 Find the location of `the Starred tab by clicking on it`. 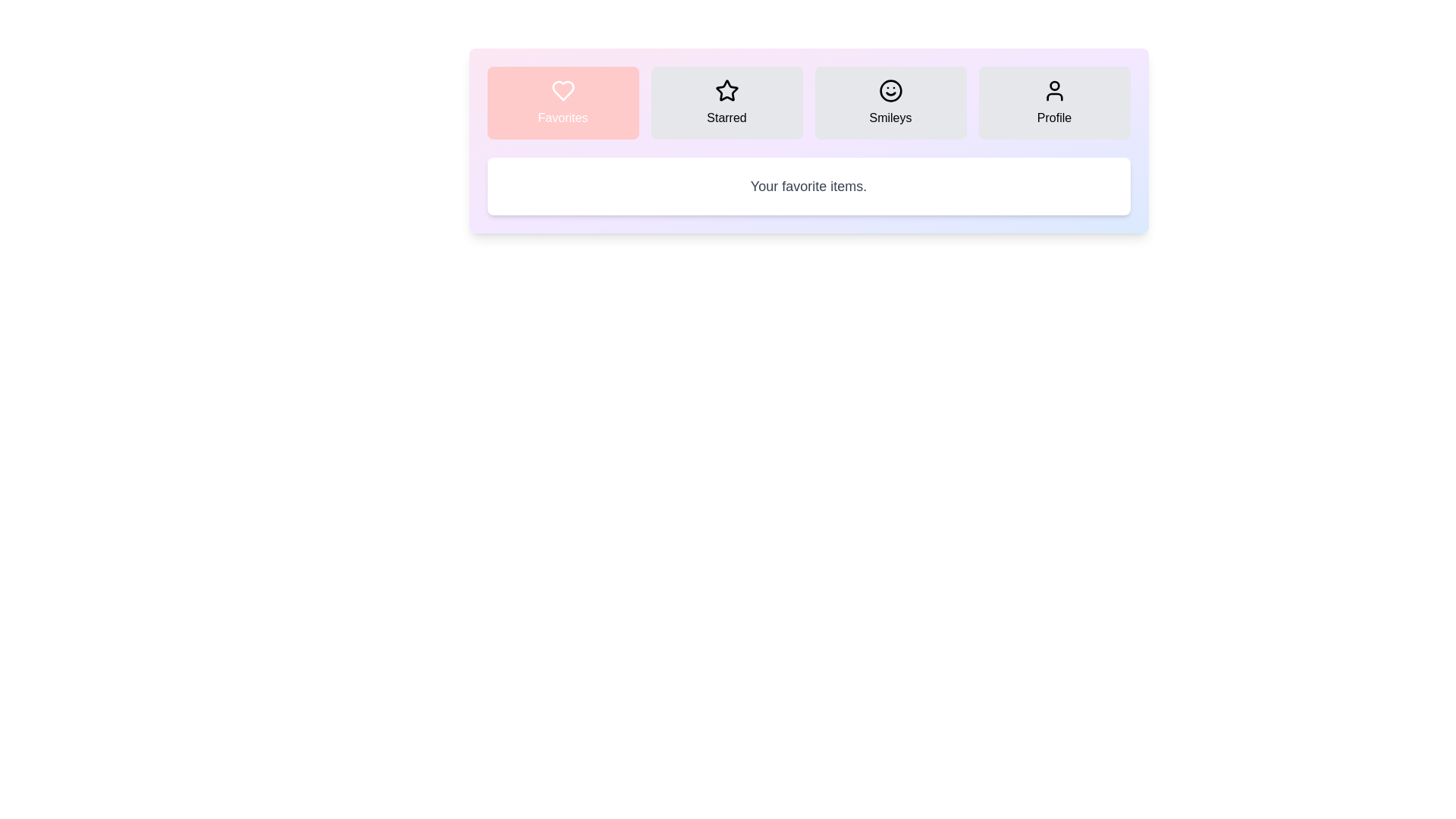

the Starred tab by clicking on it is located at coordinates (726, 102).